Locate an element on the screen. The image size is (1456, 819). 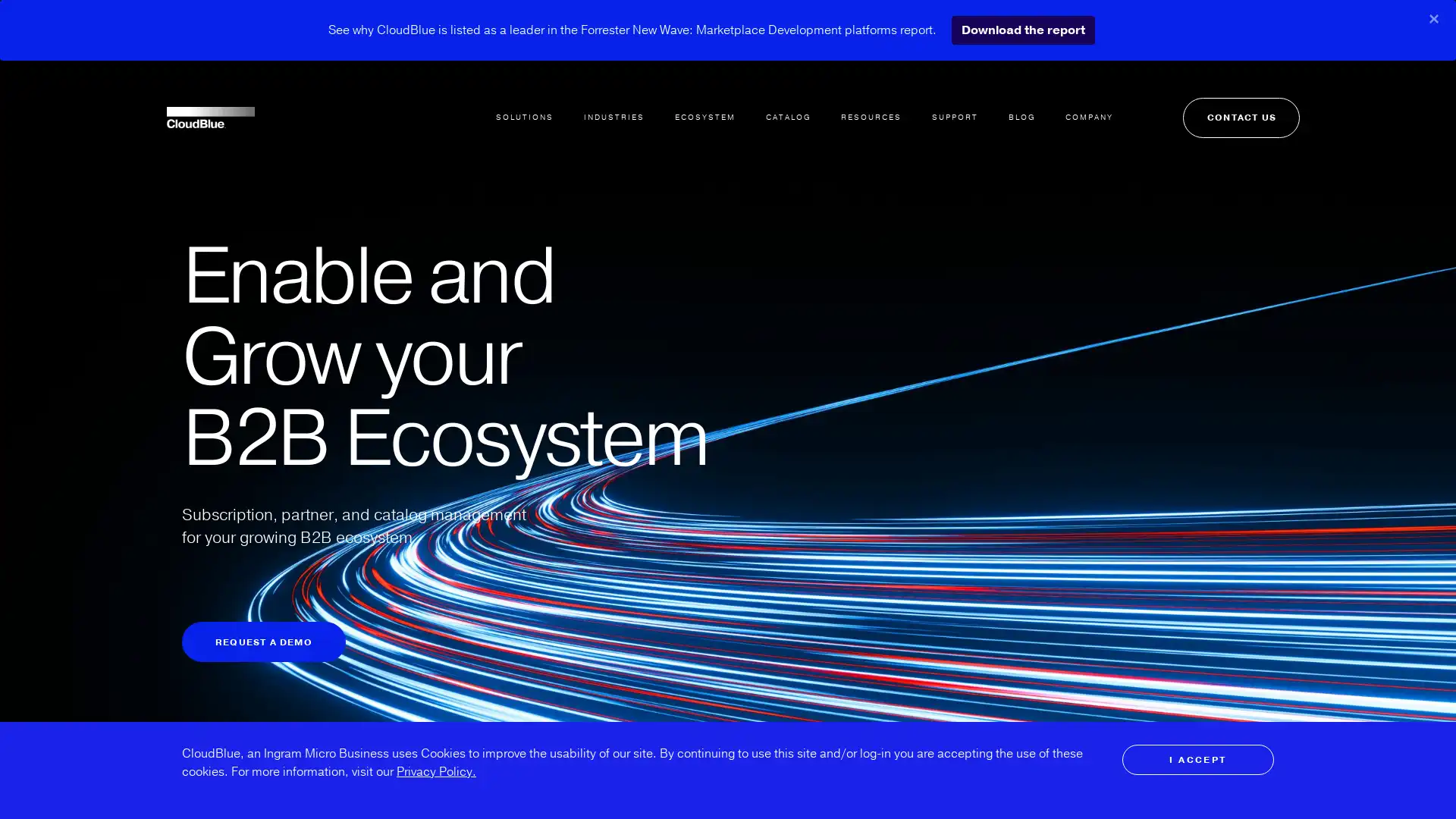
Close is located at coordinates (1433, 18).